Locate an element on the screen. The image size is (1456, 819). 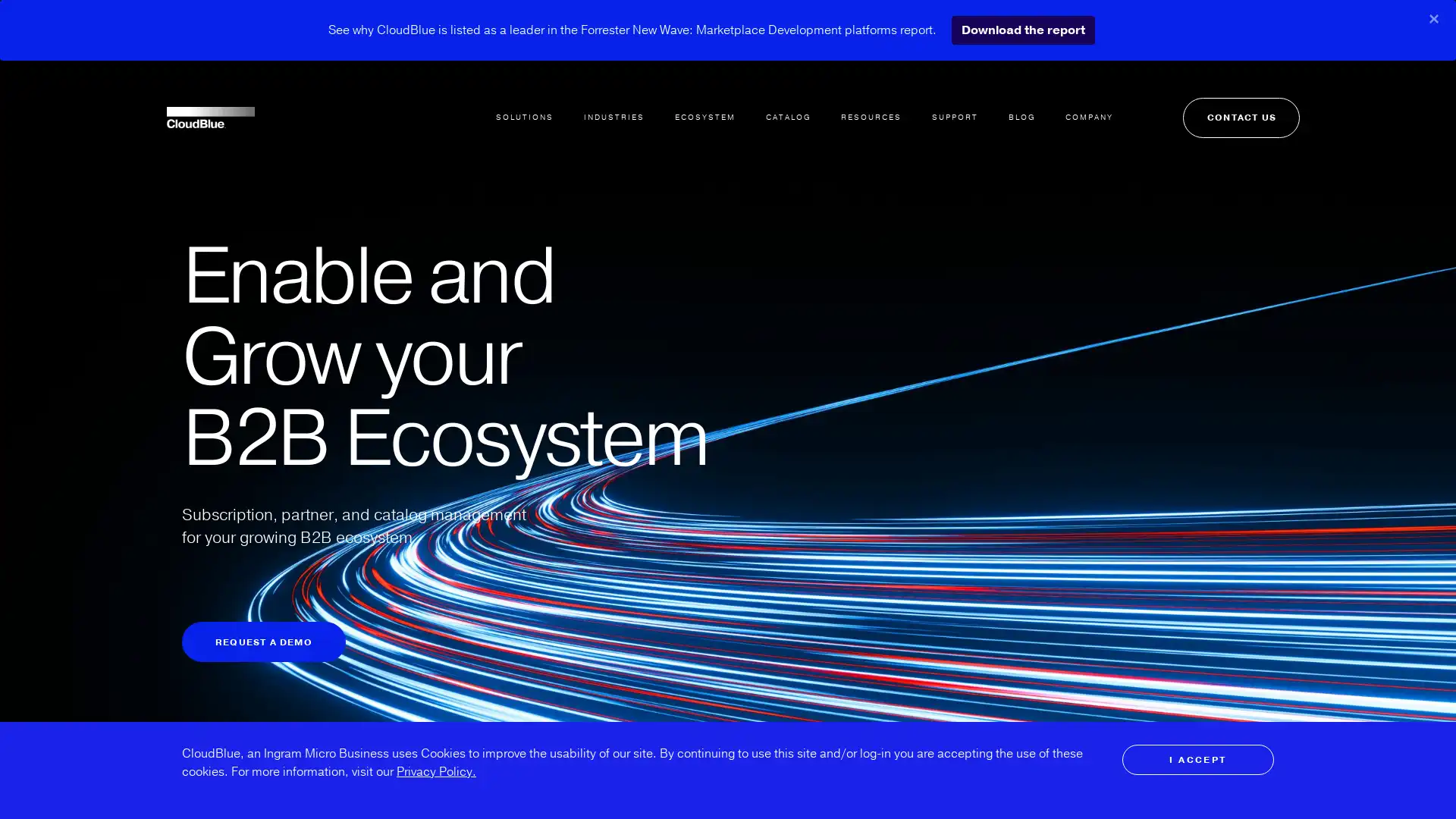
Close is located at coordinates (1433, 18).